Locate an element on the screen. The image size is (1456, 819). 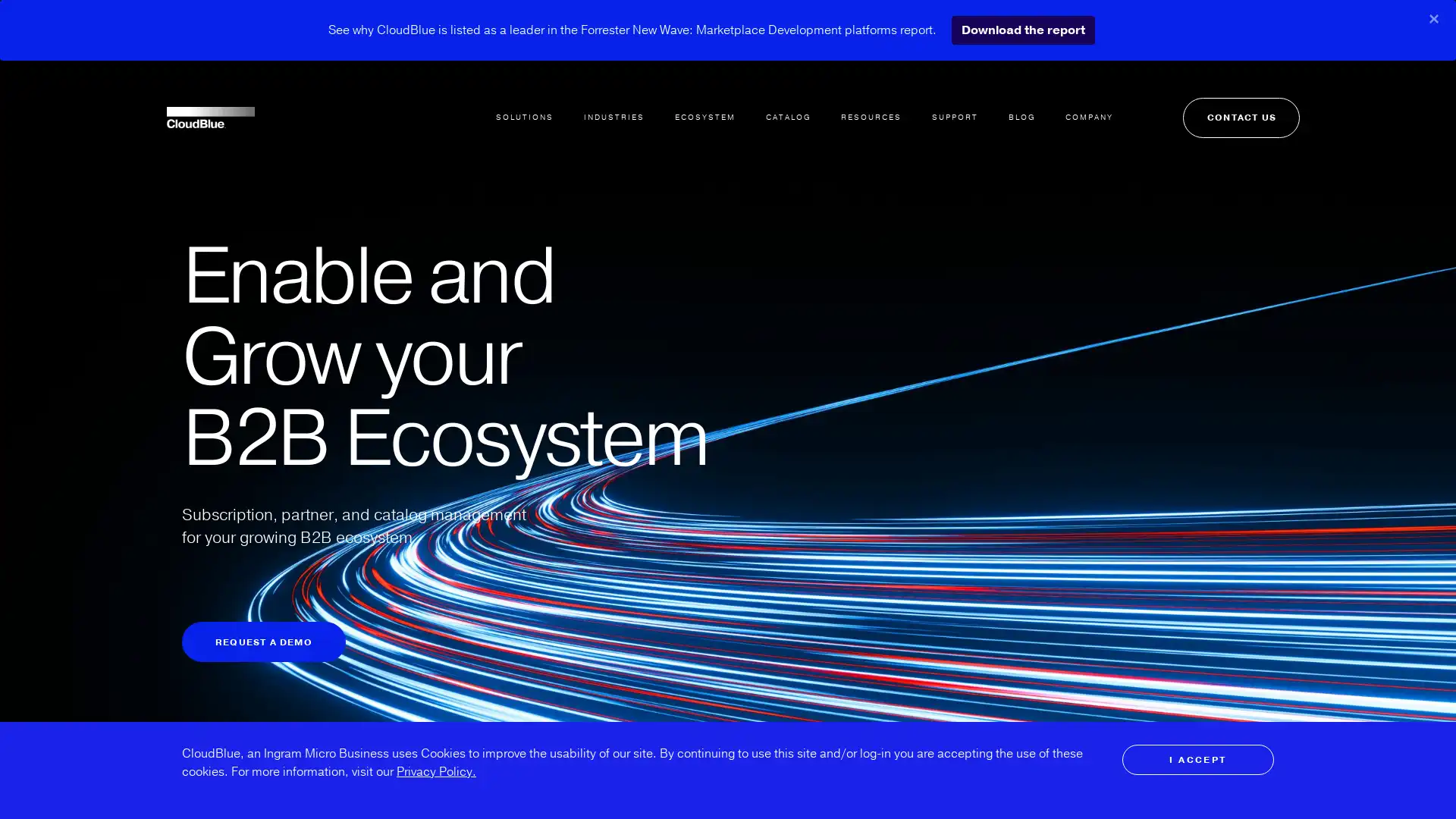
Close is located at coordinates (1433, 18).